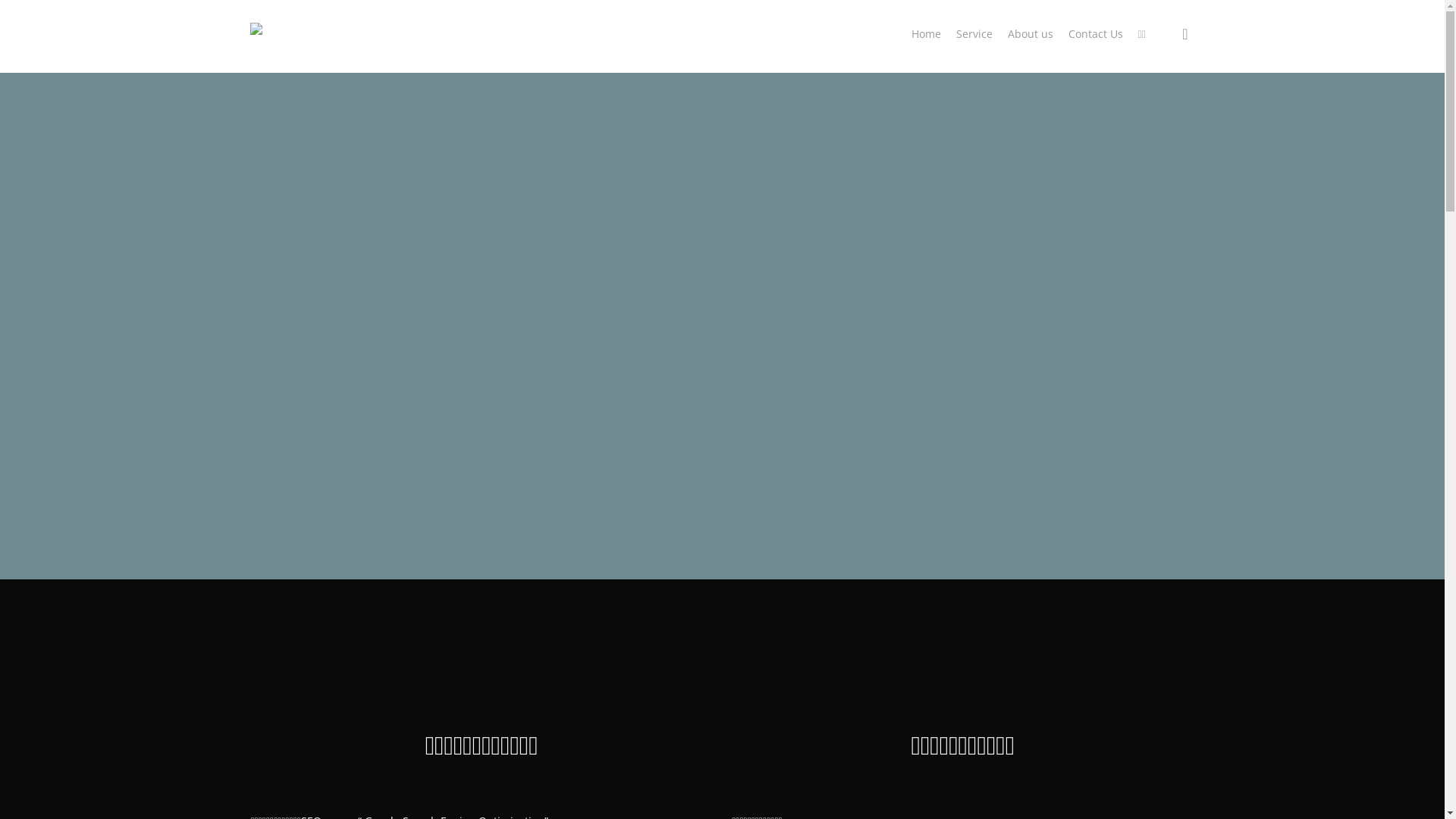  I want to click on 'Service', so click(974, 34).